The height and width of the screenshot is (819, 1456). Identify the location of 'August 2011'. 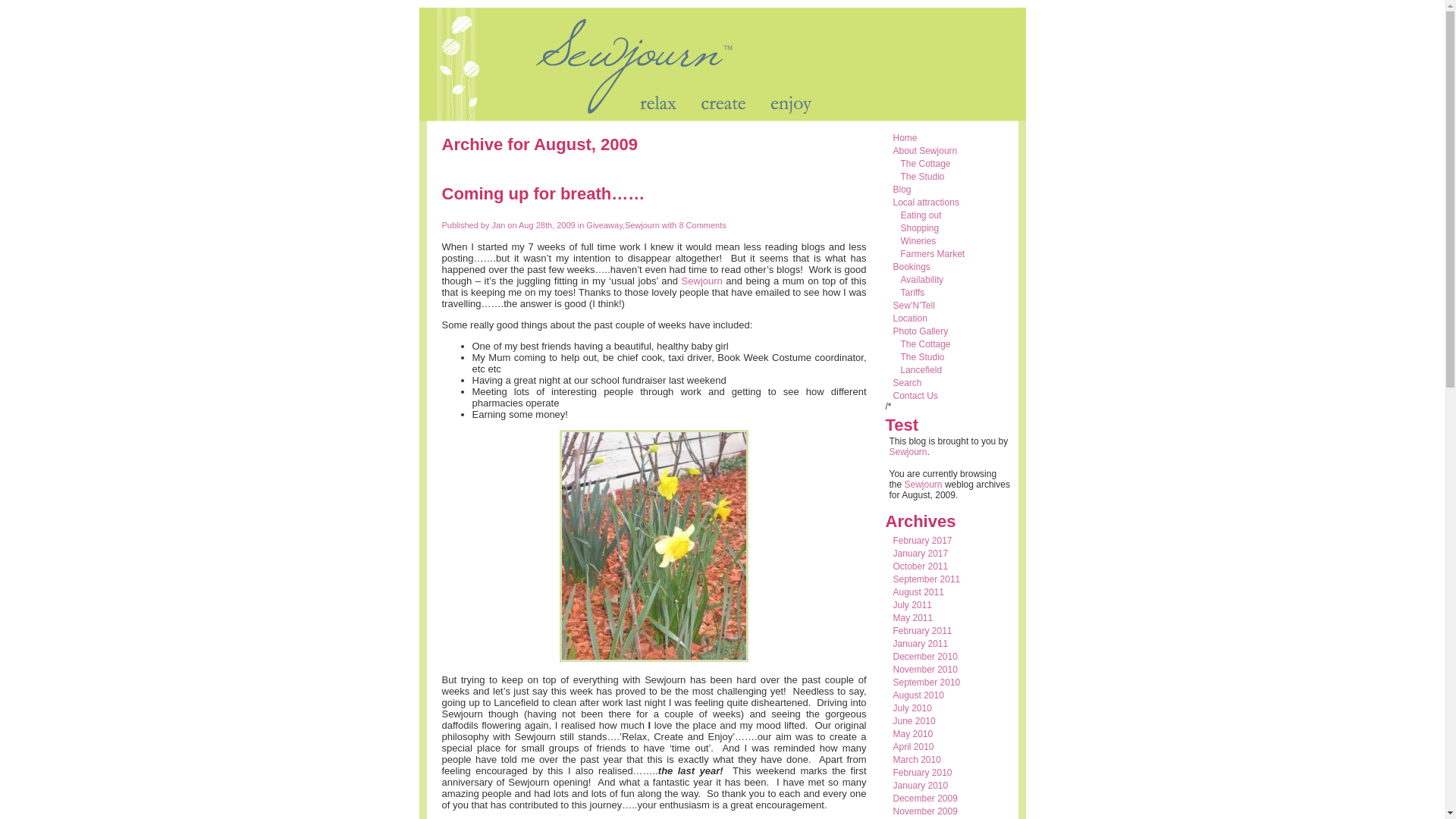
(893, 591).